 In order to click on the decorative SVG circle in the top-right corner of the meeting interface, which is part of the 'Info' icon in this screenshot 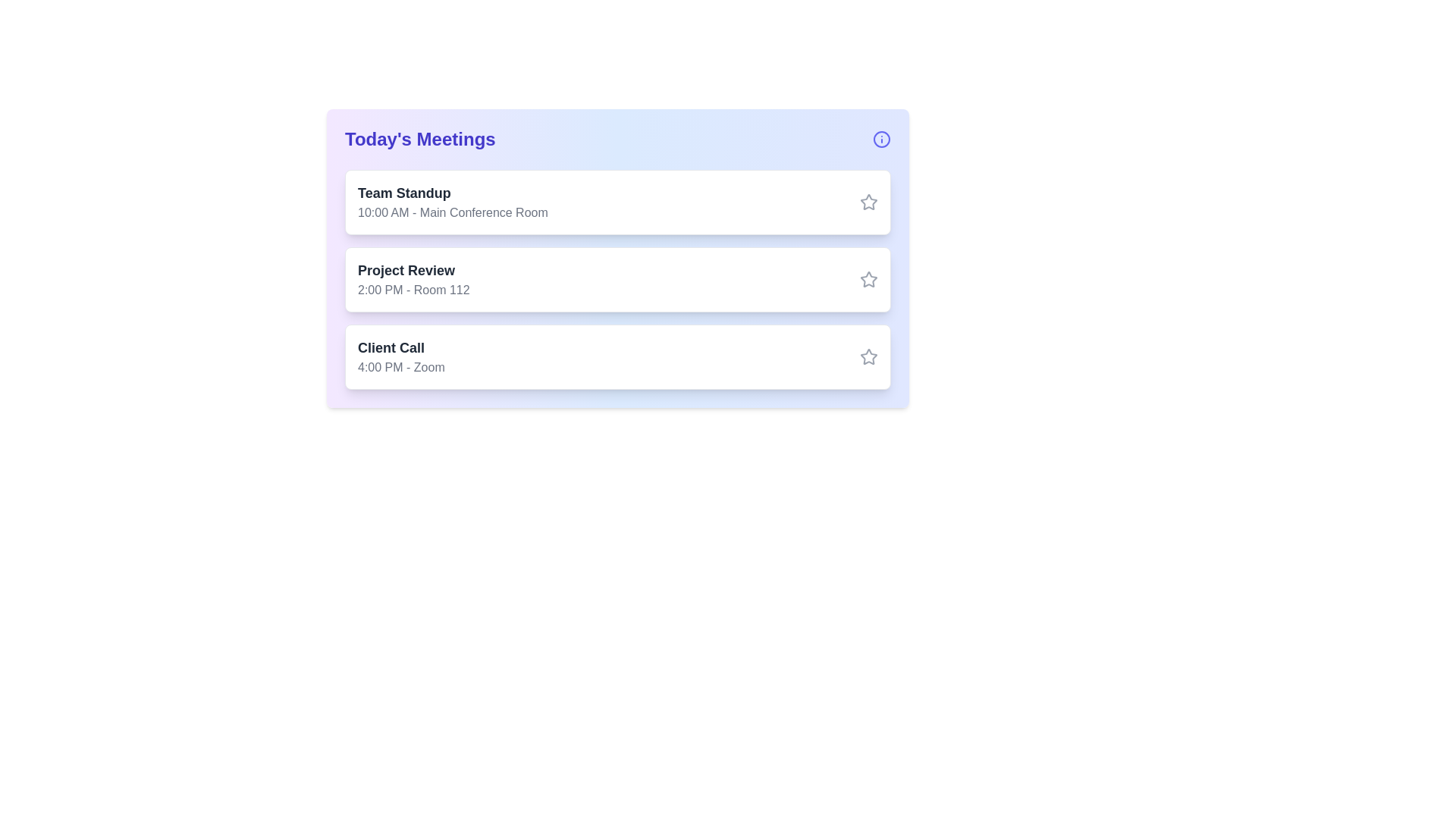, I will do `click(881, 140)`.